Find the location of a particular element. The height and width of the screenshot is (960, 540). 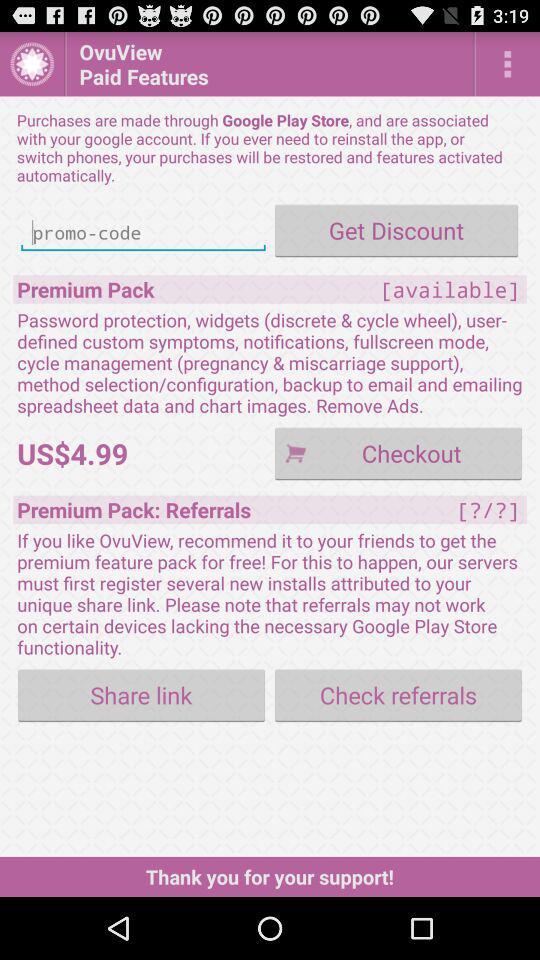

icon next to the us$4.99 app is located at coordinates (398, 453).